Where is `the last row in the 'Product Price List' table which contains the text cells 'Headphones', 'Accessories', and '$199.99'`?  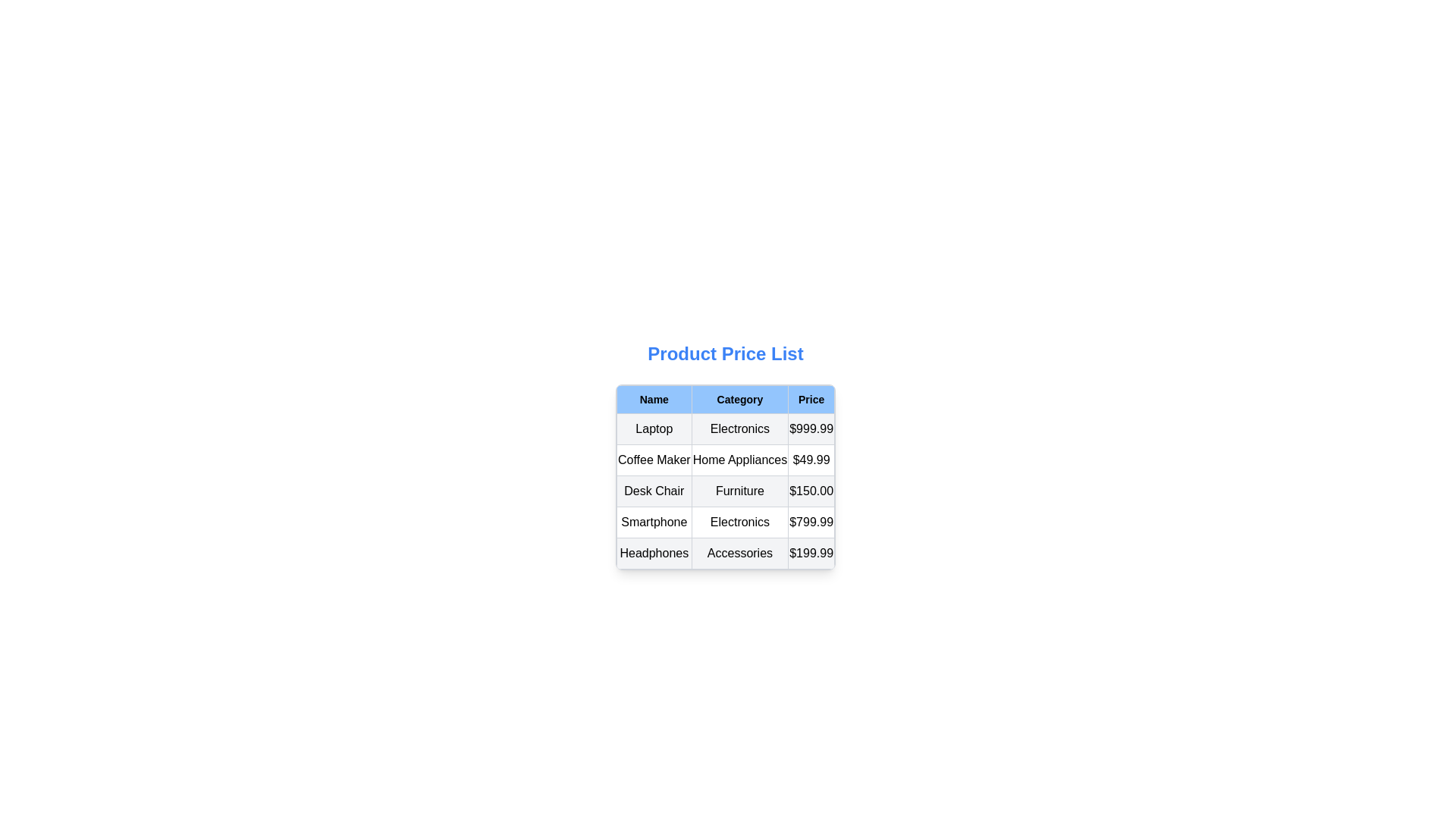 the last row in the 'Product Price List' table which contains the text cells 'Headphones', 'Accessories', and '$199.99' is located at coordinates (724, 553).